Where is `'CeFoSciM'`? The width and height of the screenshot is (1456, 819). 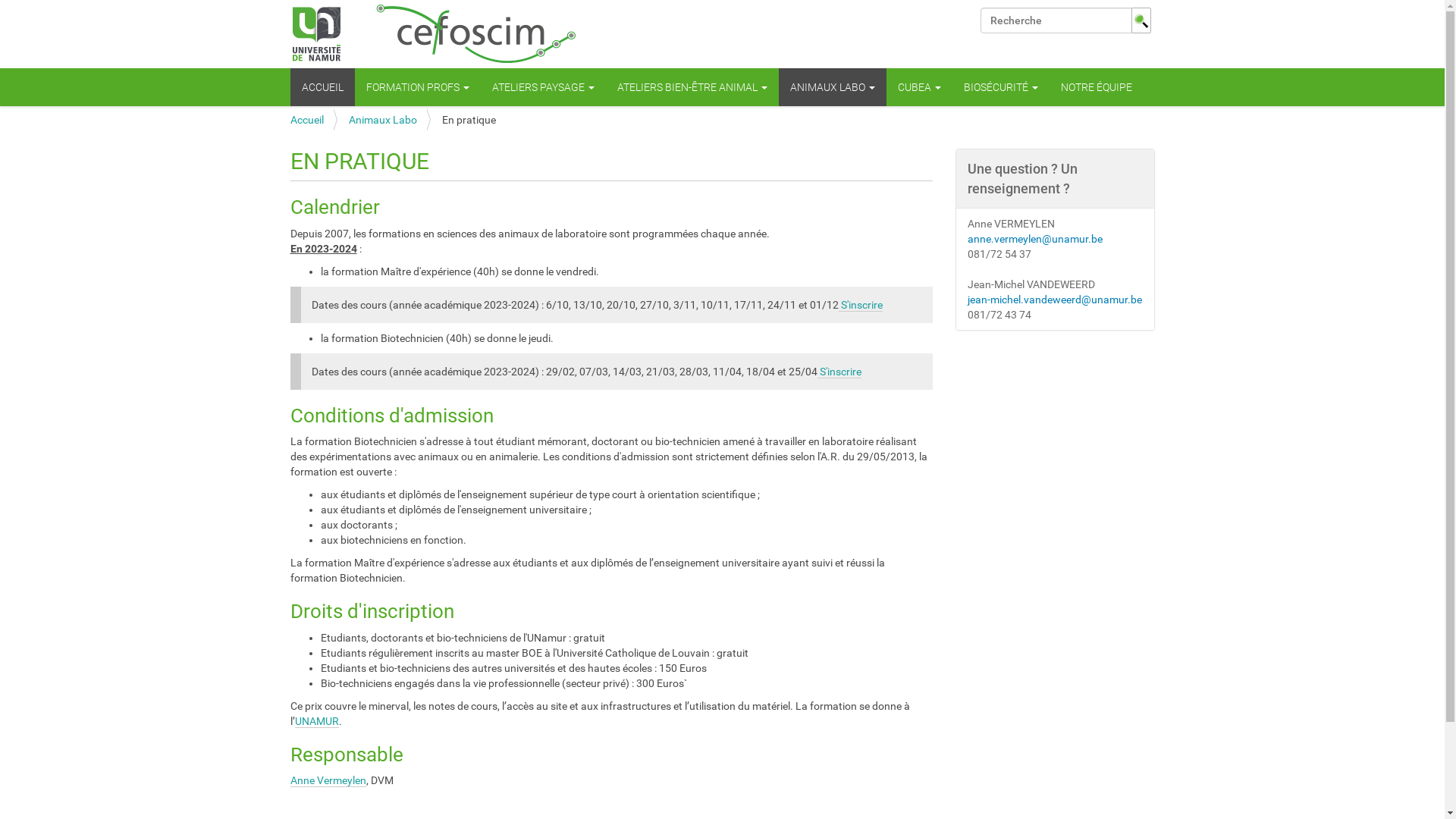 'CeFoSciM' is located at coordinates (433, 34).